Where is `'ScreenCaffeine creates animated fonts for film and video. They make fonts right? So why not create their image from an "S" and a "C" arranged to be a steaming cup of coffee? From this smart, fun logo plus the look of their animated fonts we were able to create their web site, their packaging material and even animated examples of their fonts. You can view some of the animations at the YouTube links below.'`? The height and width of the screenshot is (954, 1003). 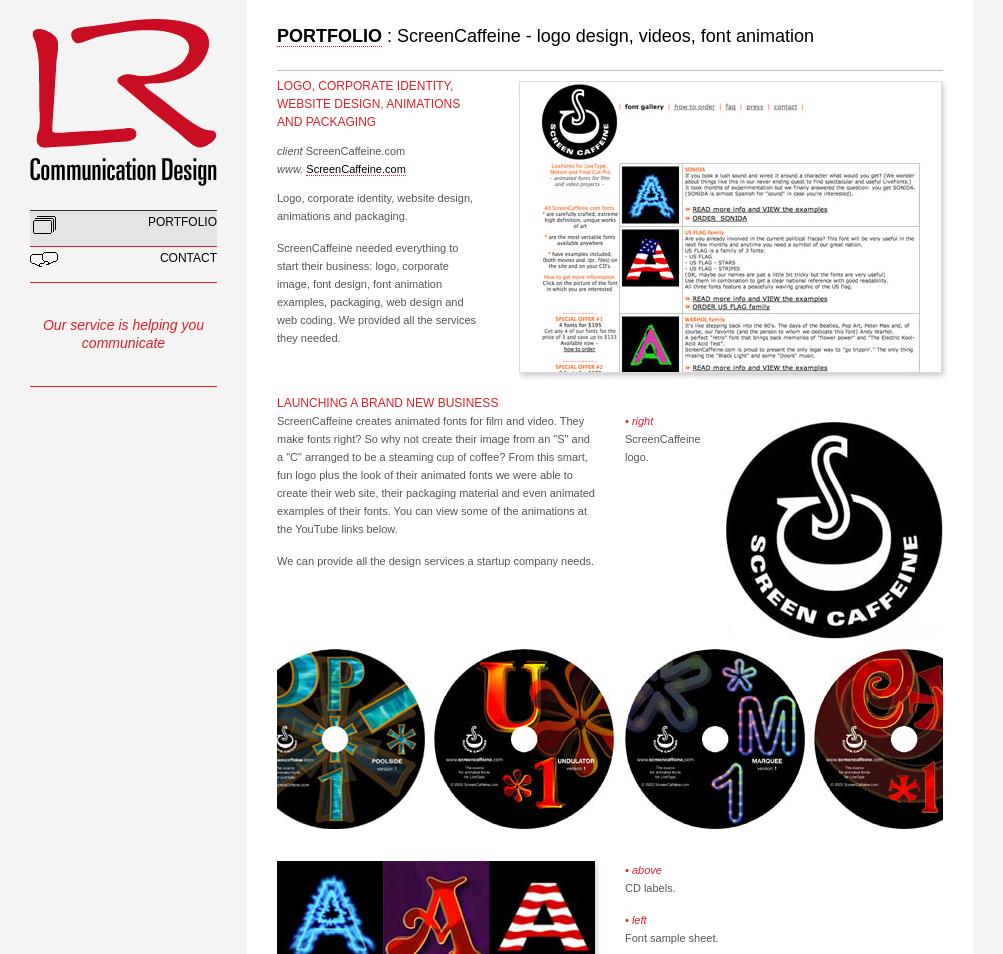
'ScreenCaffeine creates animated fonts for film and video. They make fonts right? So why not create their image from an "S" and a "C" arranged to be a steaming cup of coffee? From this smart, fun logo plus the look of their animated fonts we were able to create their web site, their packaging material and even animated examples of their fonts. You can view some of the animations at the YouTube links below.' is located at coordinates (435, 474).